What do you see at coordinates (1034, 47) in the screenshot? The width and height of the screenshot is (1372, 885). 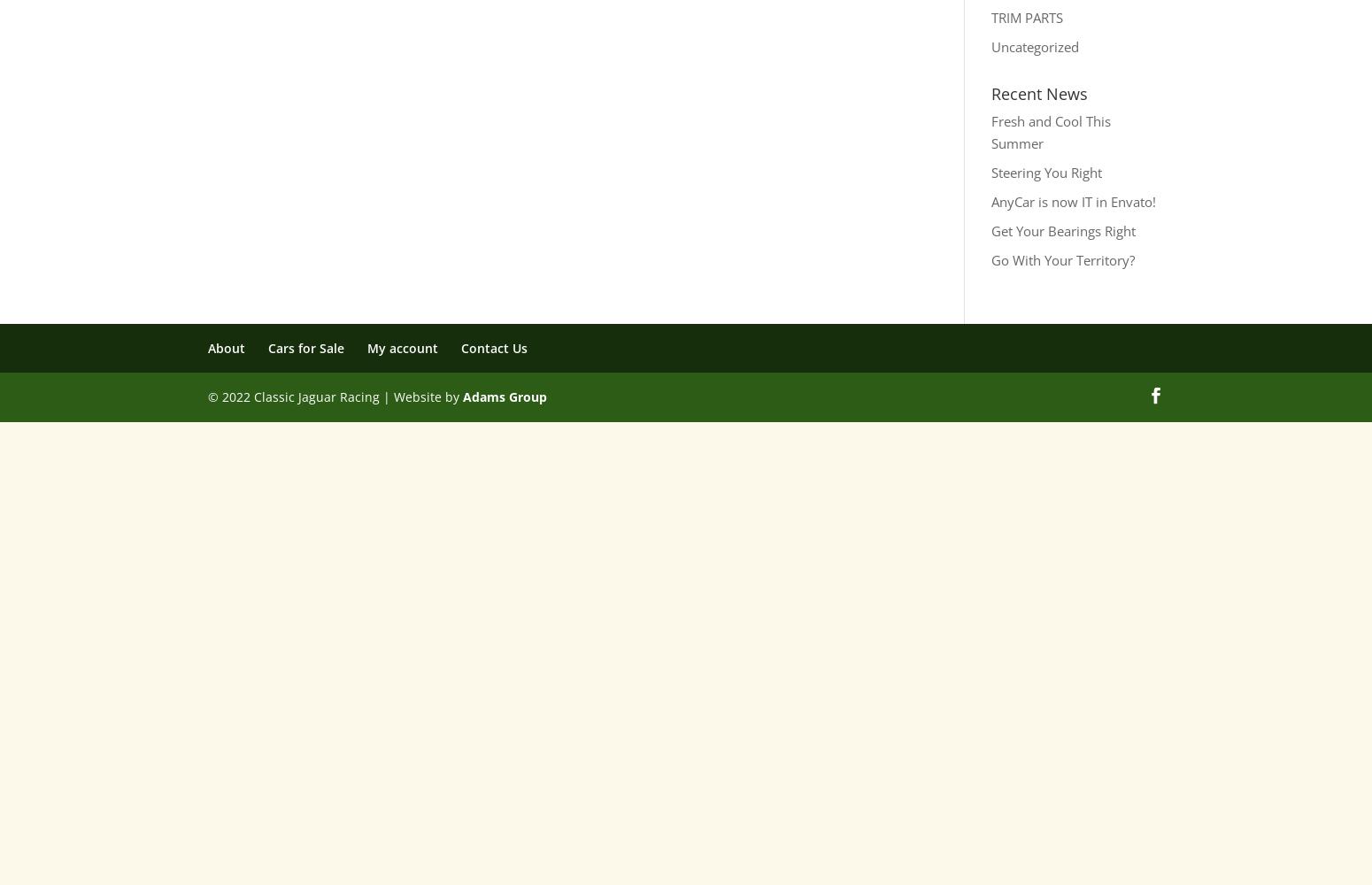 I see `'Uncategorized'` at bounding box center [1034, 47].